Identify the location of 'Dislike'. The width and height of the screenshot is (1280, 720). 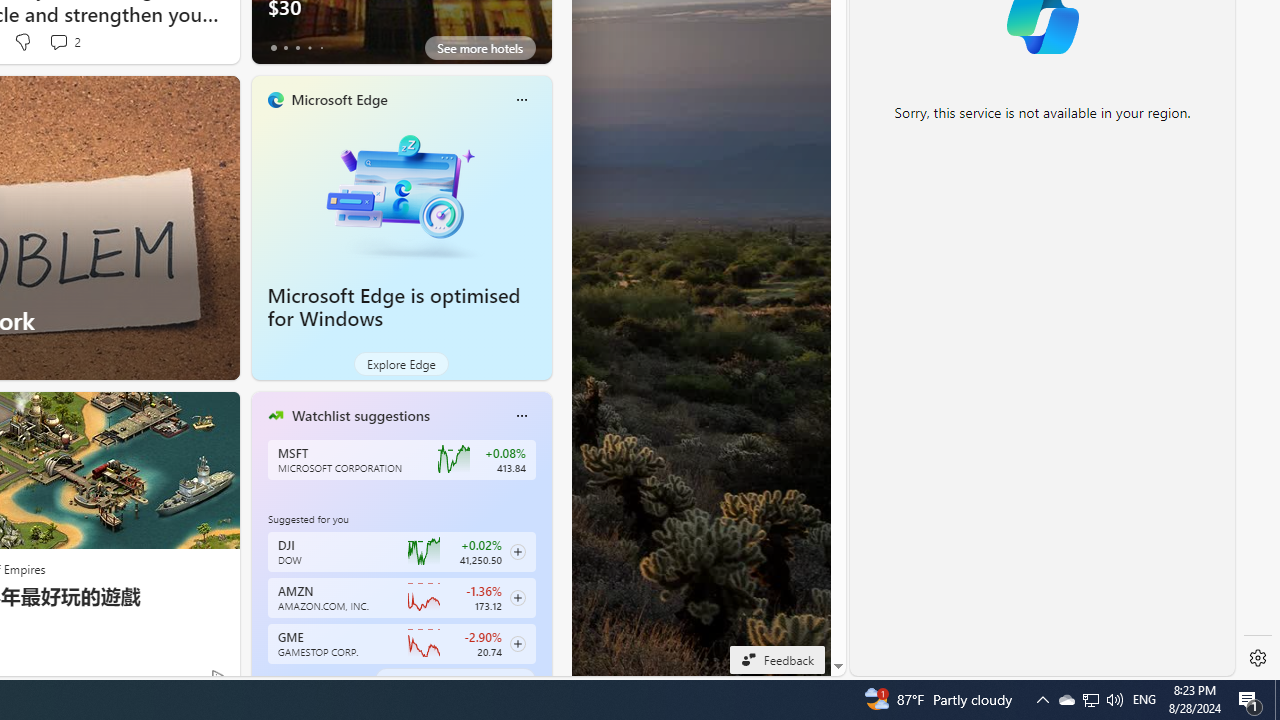
(22, 42).